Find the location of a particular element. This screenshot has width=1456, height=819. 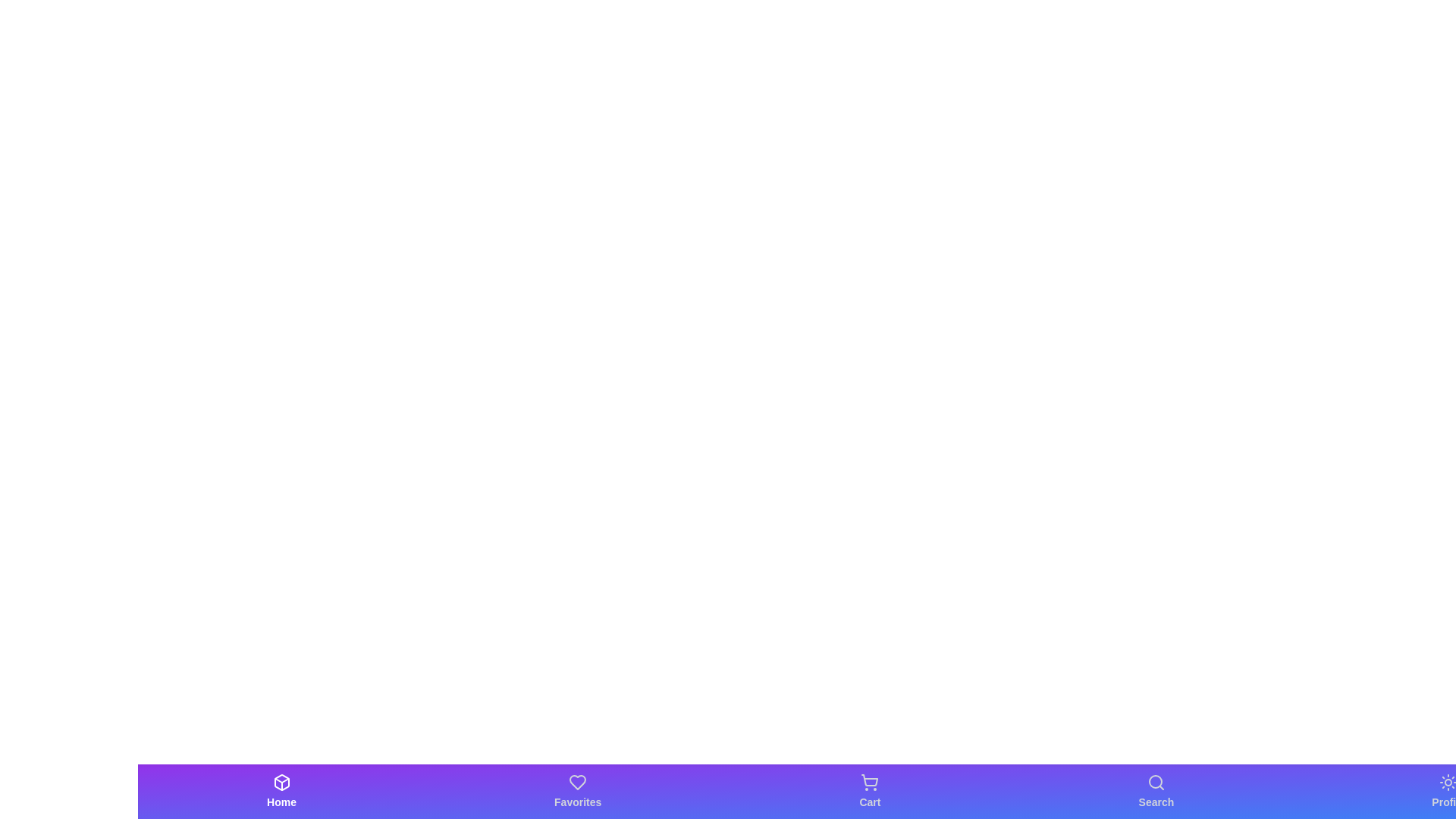

the Home tab in the bottom bar is located at coordinates (281, 791).